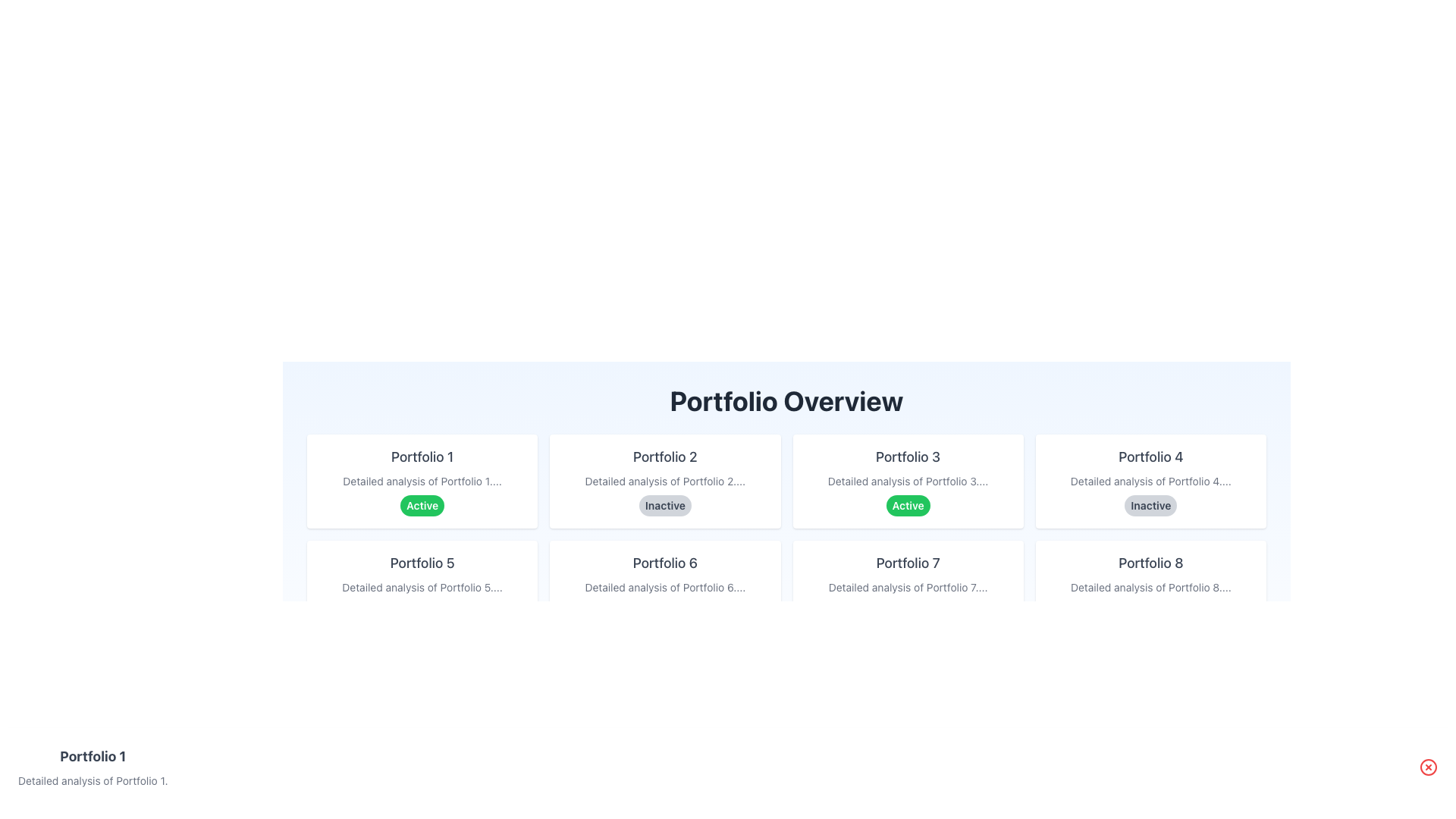  What do you see at coordinates (422, 456) in the screenshot?
I see `the text label at the top of the first portfolio card to trigger potential tooltips` at bounding box center [422, 456].